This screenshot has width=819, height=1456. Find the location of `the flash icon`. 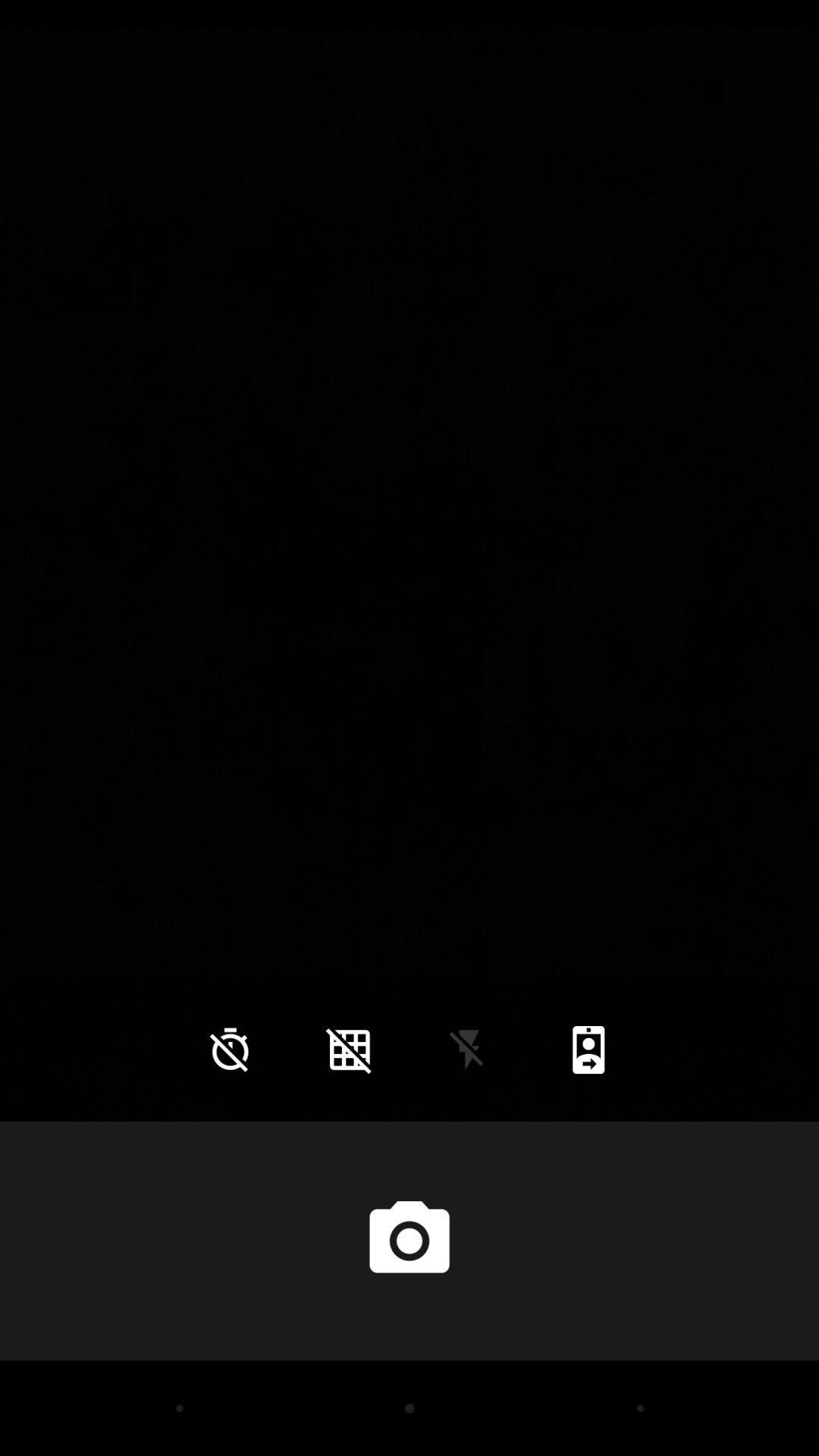

the flash icon is located at coordinates (468, 1049).